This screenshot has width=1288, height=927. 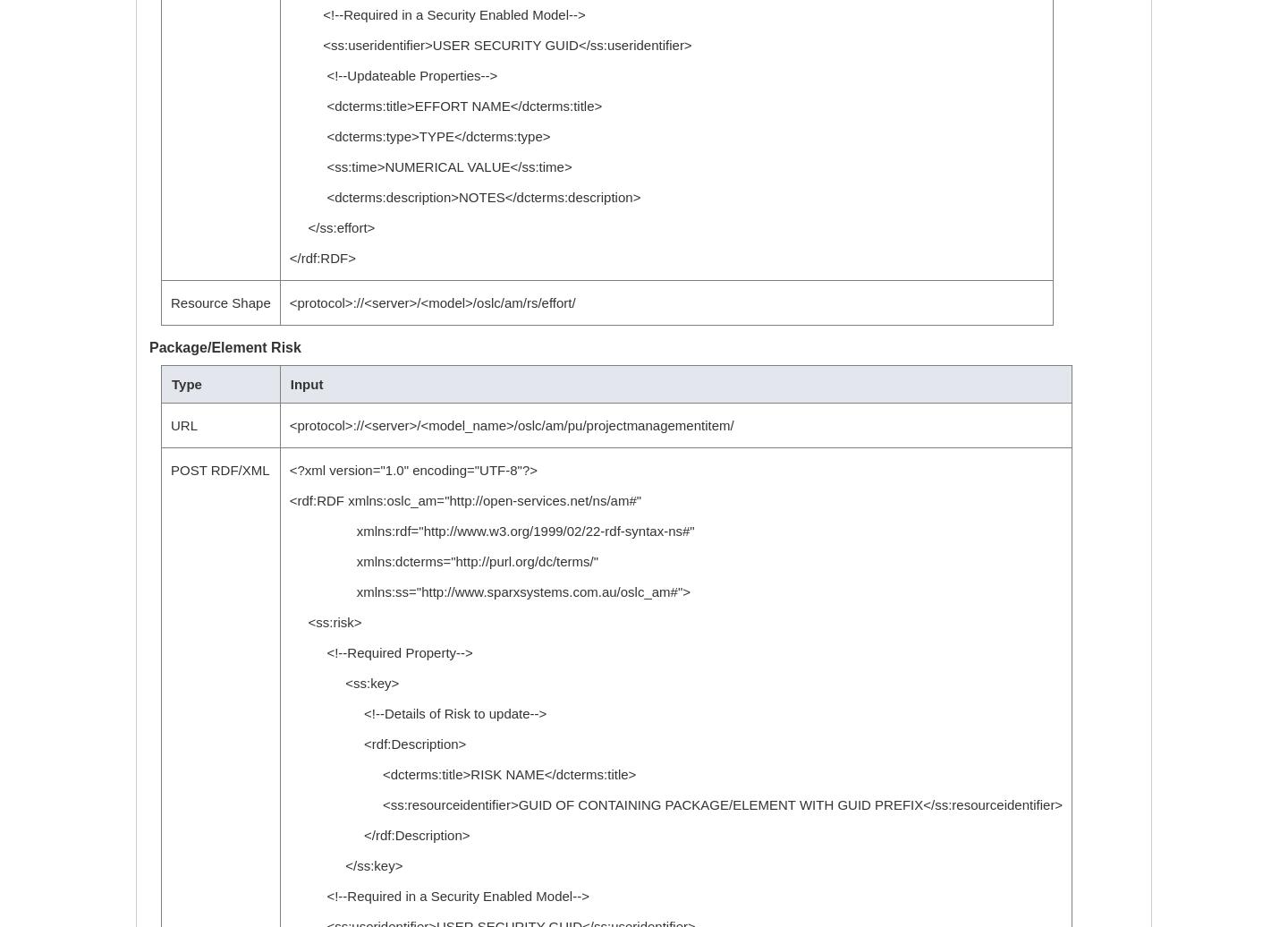 What do you see at coordinates (288, 470) in the screenshot?
I see `'<?xml version="1.0" encoding="UTF-8"?>'` at bounding box center [288, 470].